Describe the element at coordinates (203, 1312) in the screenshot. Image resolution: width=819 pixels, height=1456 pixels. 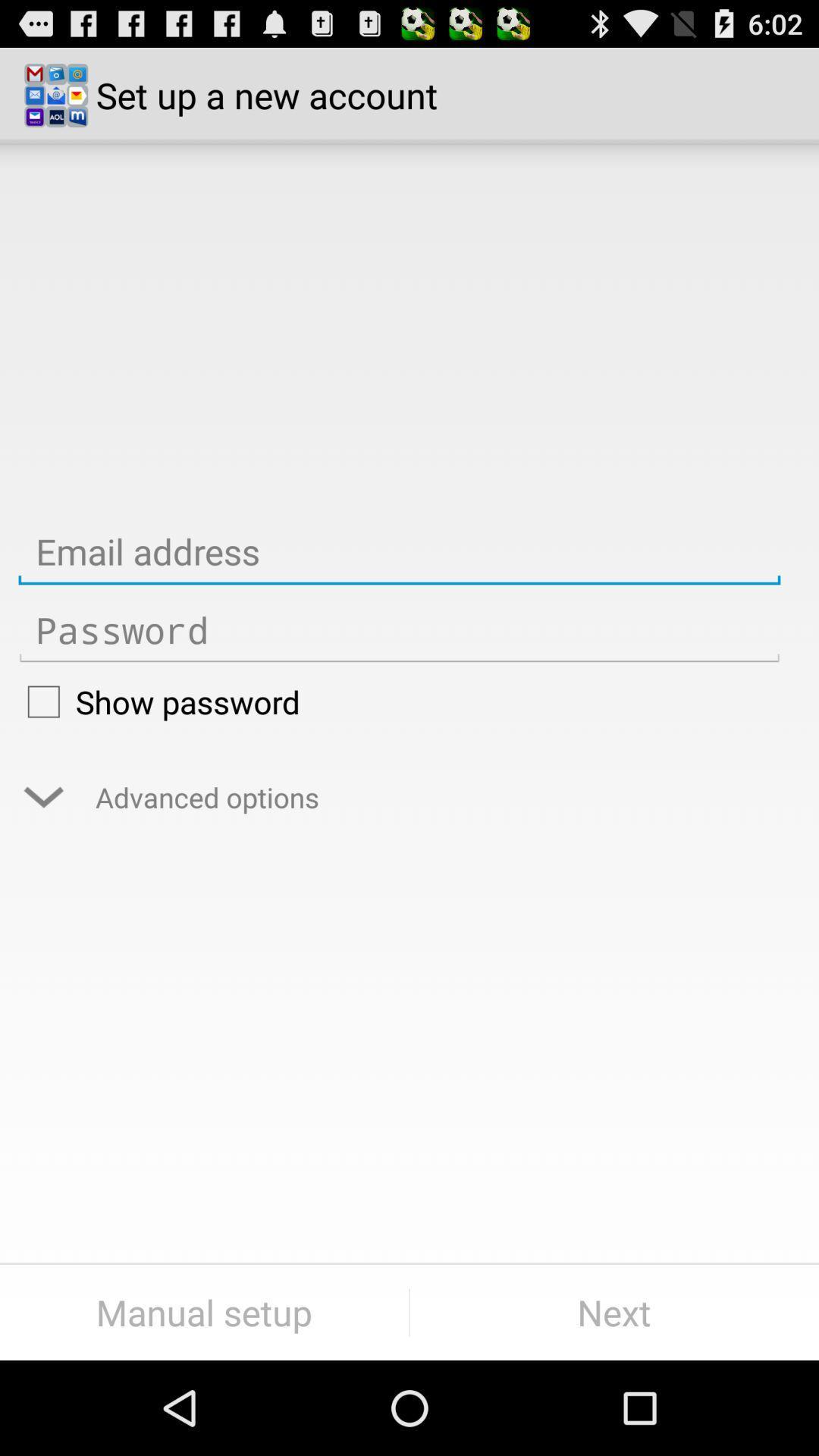
I see `the button next to the next item` at that location.